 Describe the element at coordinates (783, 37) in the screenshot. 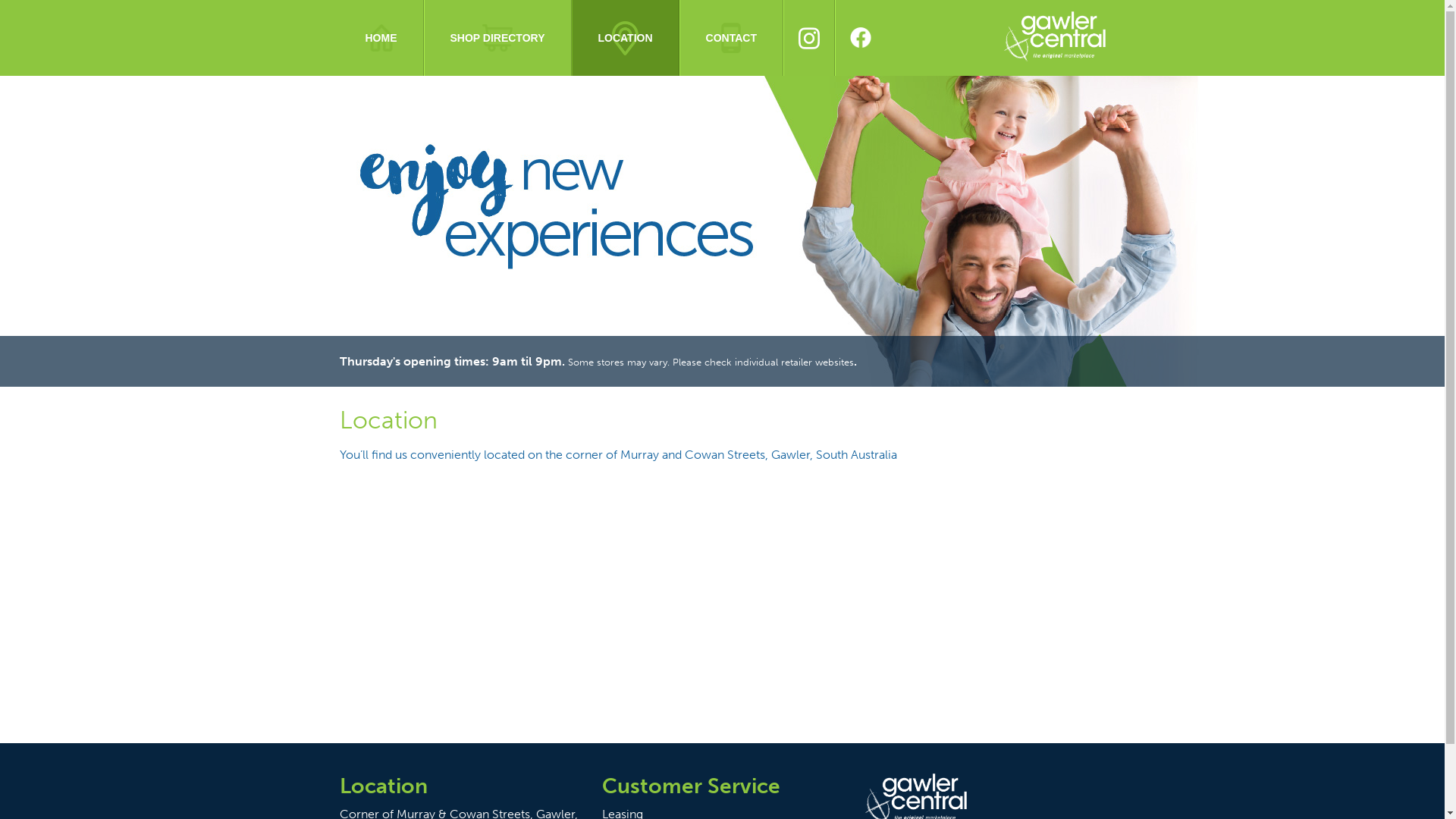

I see `'INSTAGRAM'` at that location.